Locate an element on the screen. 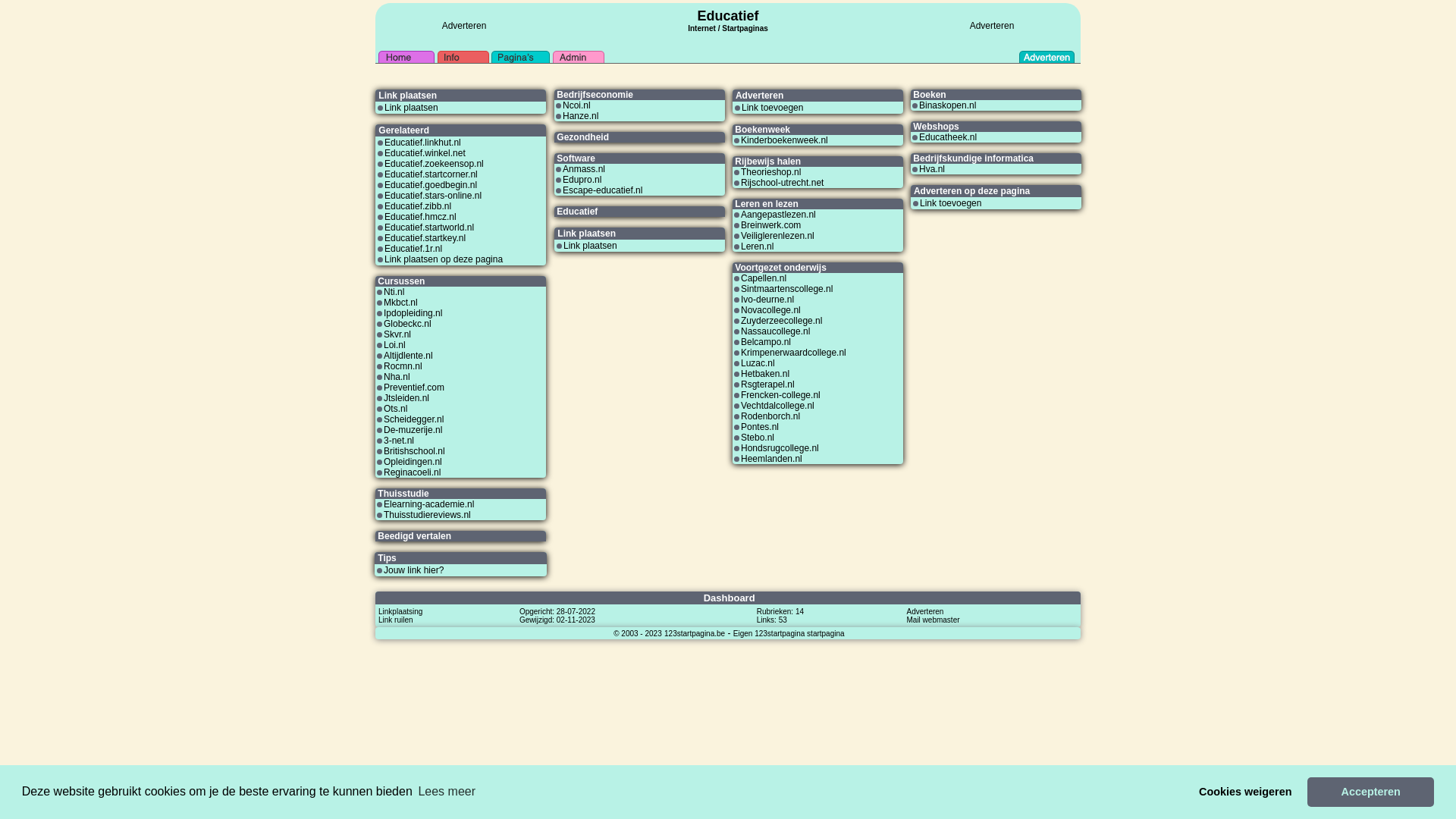 The width and height of the screenshot is (1456, 819). 'Rsgterapel.nl' is located at coordinates (767, 383).